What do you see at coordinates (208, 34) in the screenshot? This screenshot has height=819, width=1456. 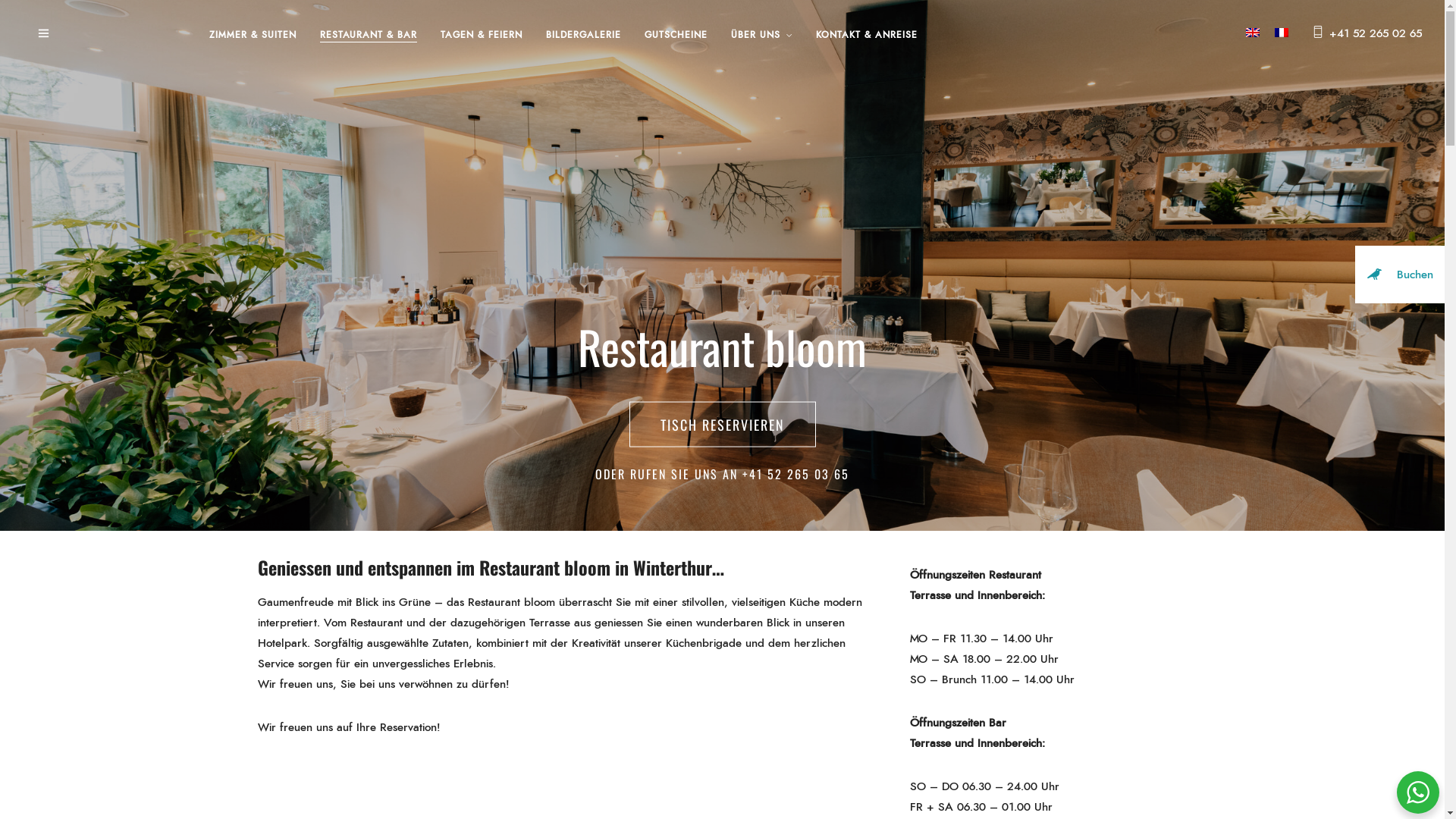 I see `'ZIMMER & SUITEN'` at bounding box center [208, 34].